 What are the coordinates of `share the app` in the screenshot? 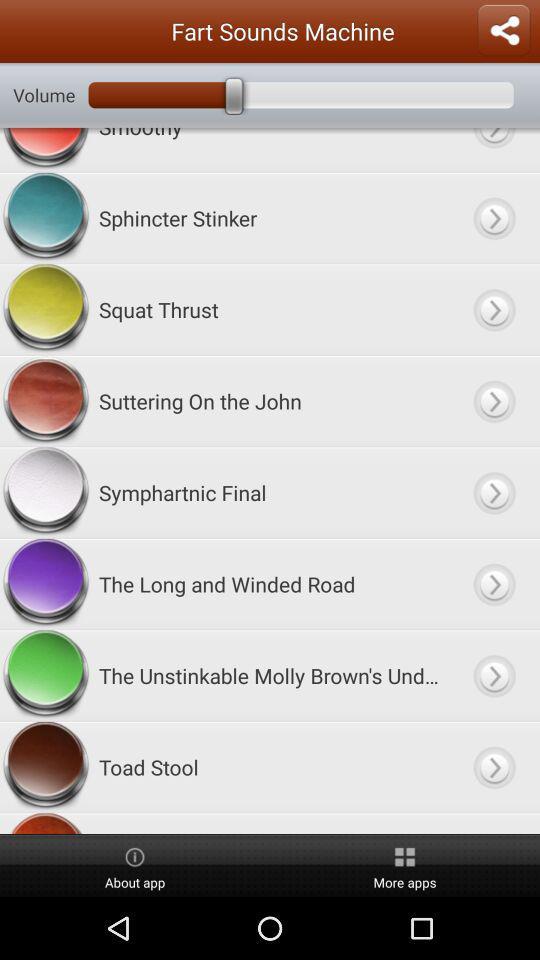 It's located at (502, 30).